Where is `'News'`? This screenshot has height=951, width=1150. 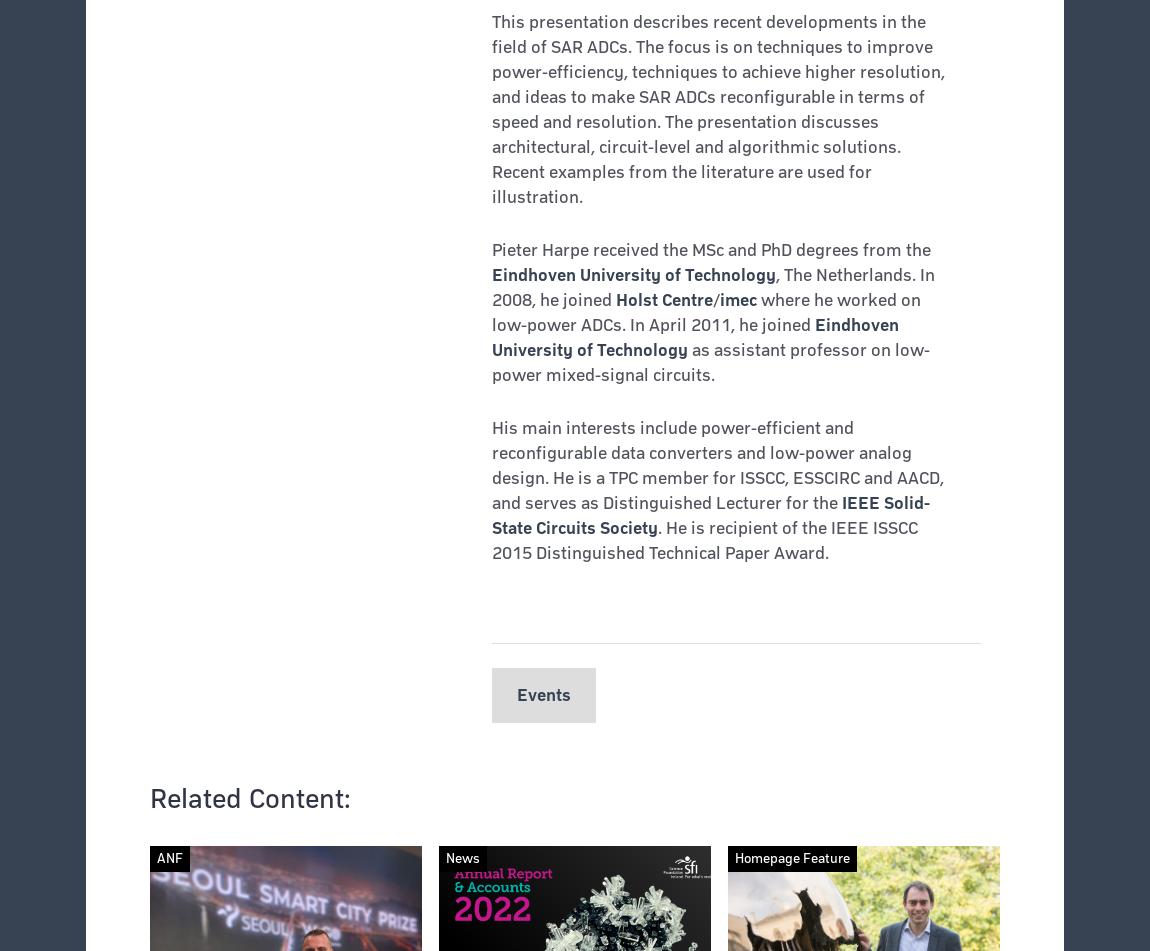 'News' is located at coordinates (461, 857).